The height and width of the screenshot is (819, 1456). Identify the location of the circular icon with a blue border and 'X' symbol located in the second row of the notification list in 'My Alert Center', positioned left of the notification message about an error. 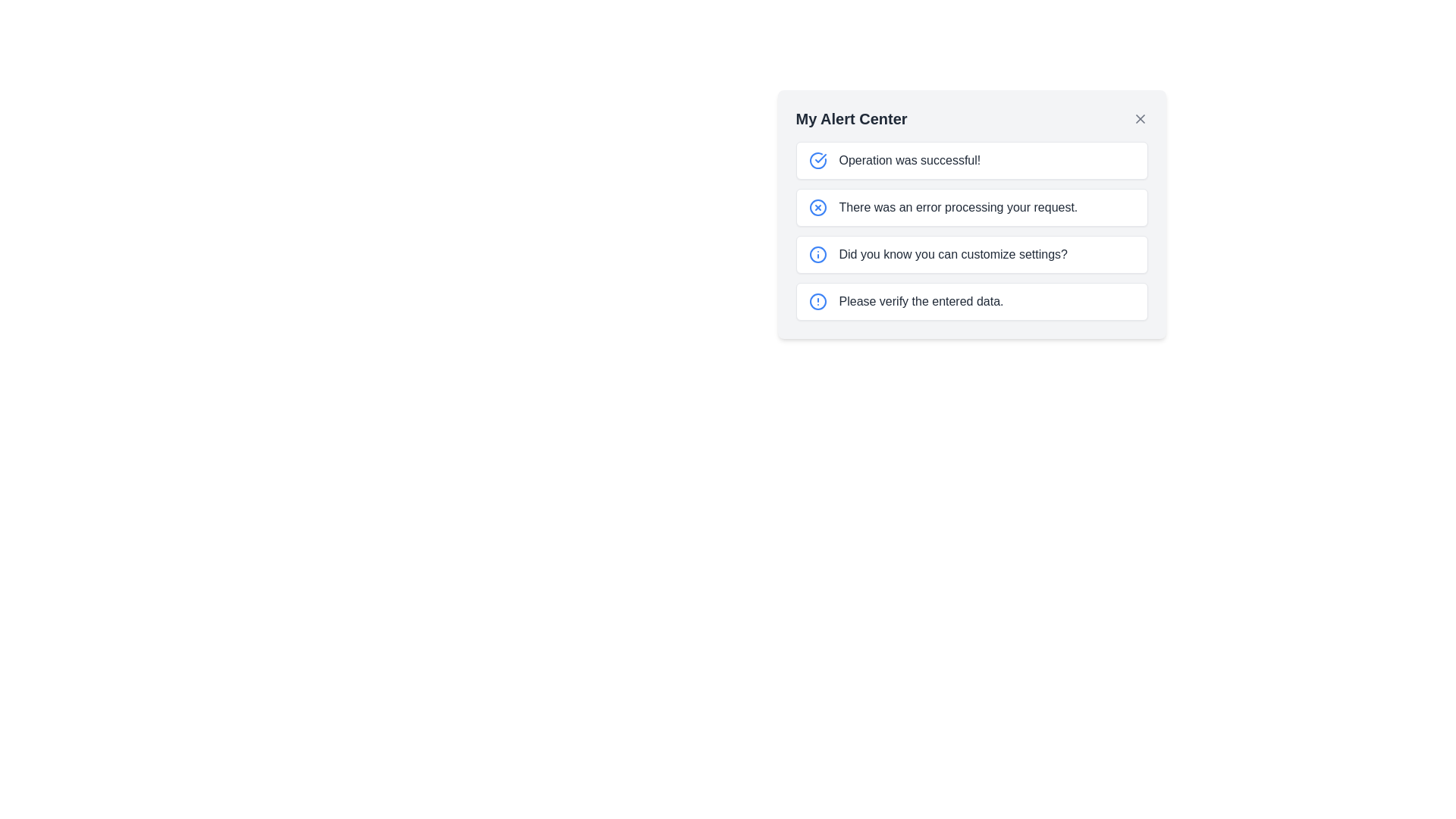
(817, 207).